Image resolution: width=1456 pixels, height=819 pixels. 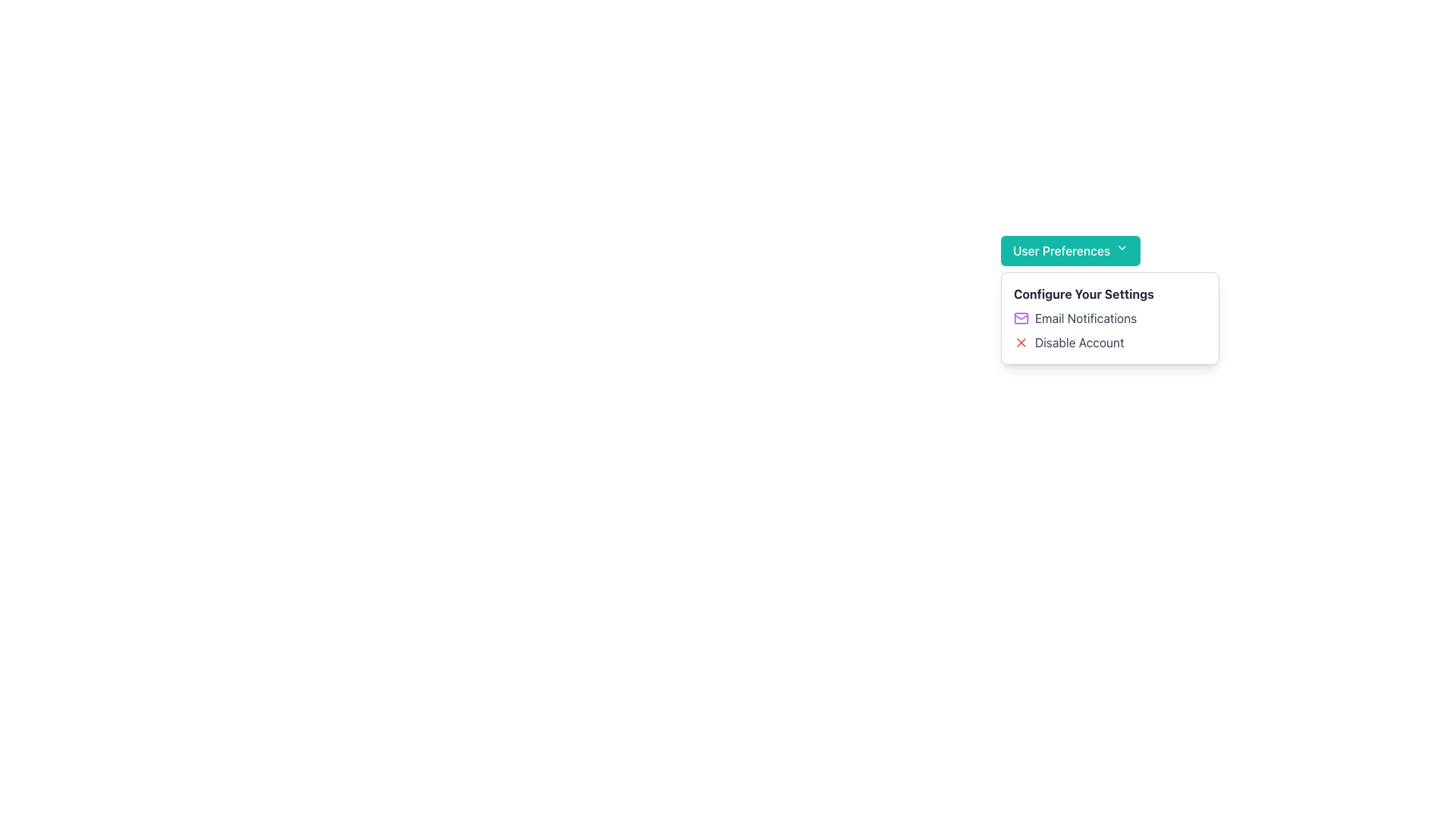 What do you see at coordinates (1021, 342) in the screenshot?
I see `the red 'X' shaped icon for canceling the action, located to the left of 'Disable Account' in the User Preferences dropdown menu` at bounding box center [1021, 342].